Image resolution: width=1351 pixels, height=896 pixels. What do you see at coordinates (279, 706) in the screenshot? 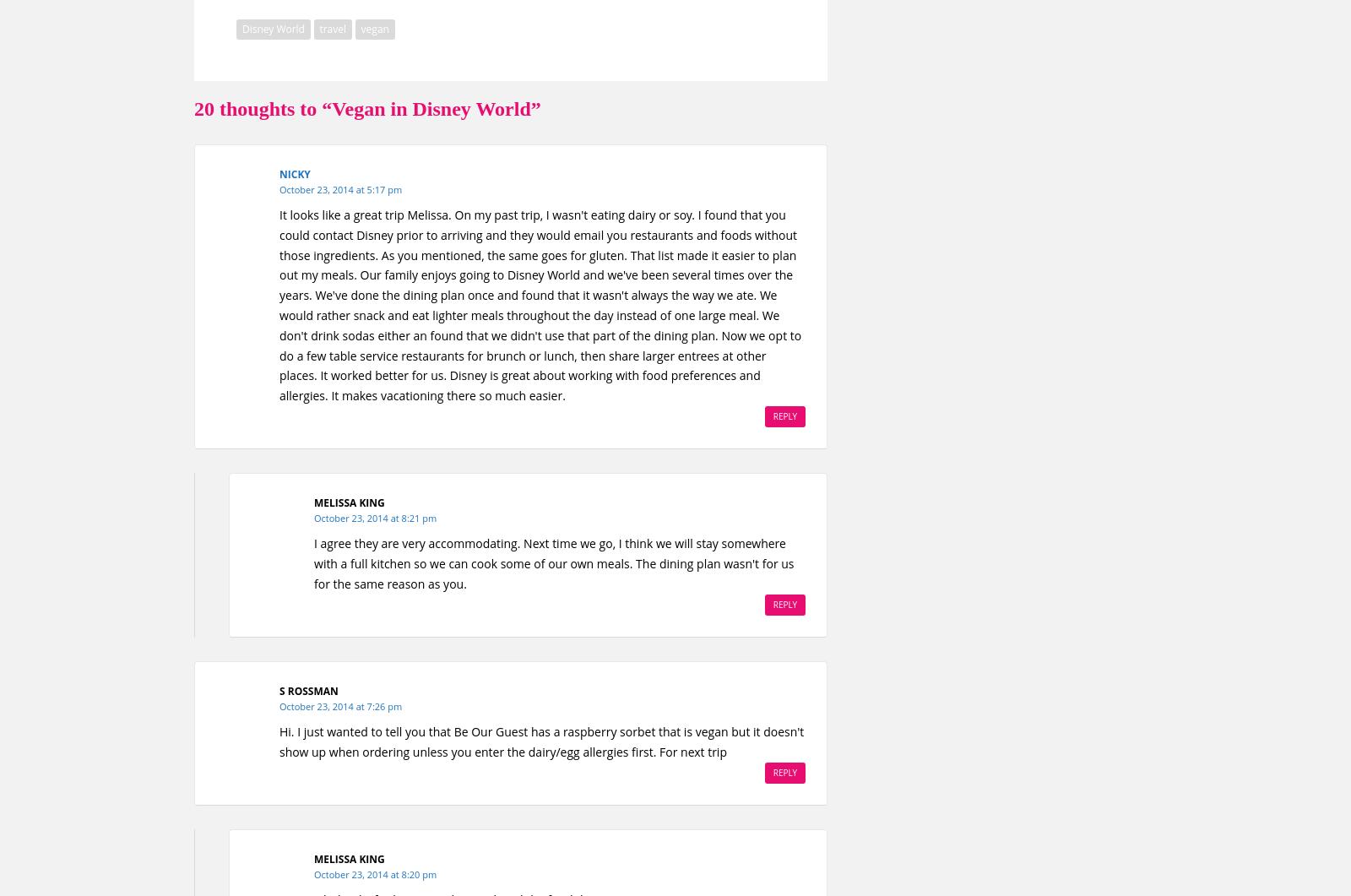
I see `'October 23, 2014 at 7:26 pm'` at bounding box center [279, 706].